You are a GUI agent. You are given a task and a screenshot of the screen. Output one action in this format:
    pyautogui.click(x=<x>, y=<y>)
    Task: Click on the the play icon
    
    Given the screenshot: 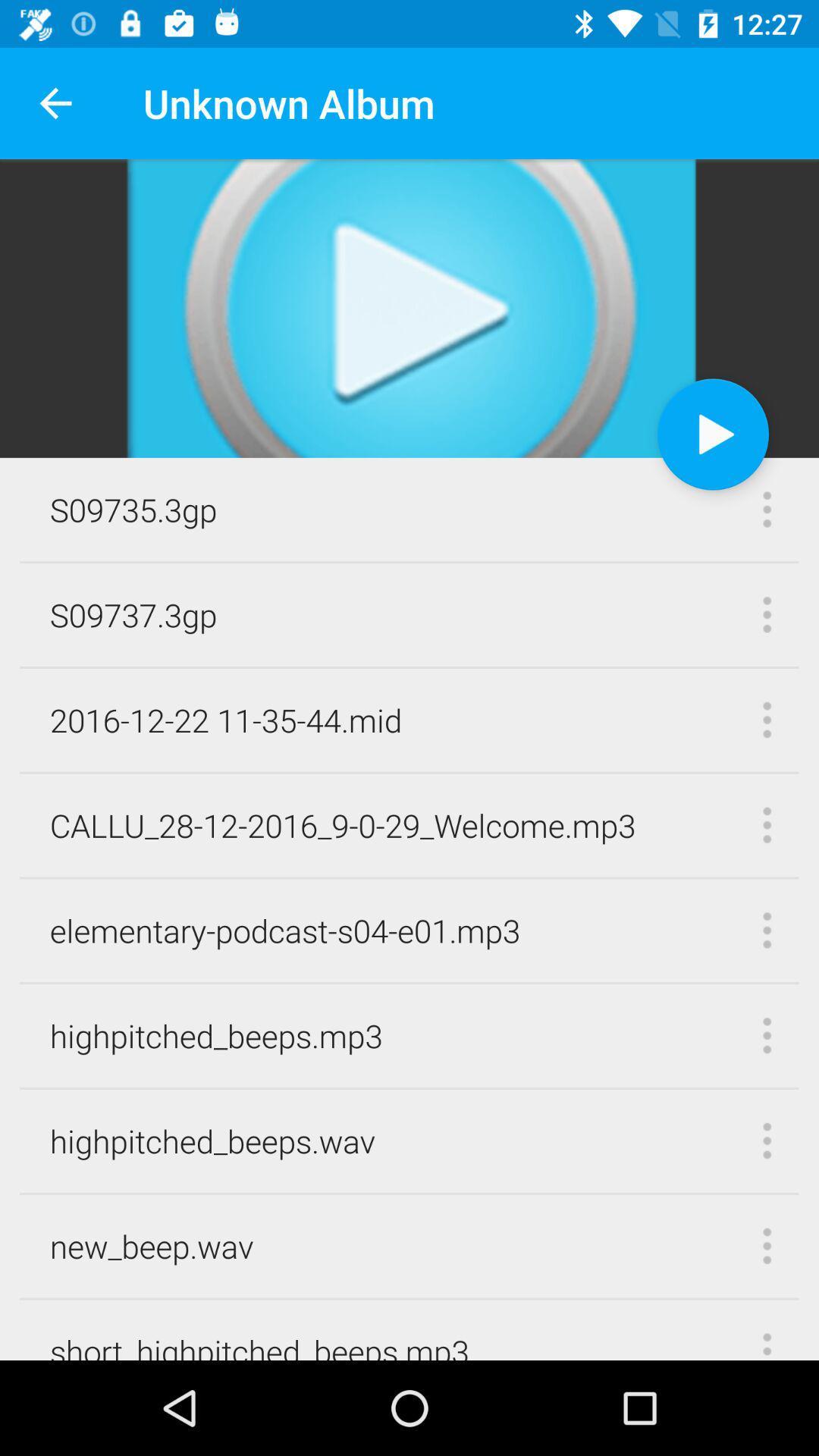 What is the action you would take?
    pyautogui.click(x=713, y=433)
    